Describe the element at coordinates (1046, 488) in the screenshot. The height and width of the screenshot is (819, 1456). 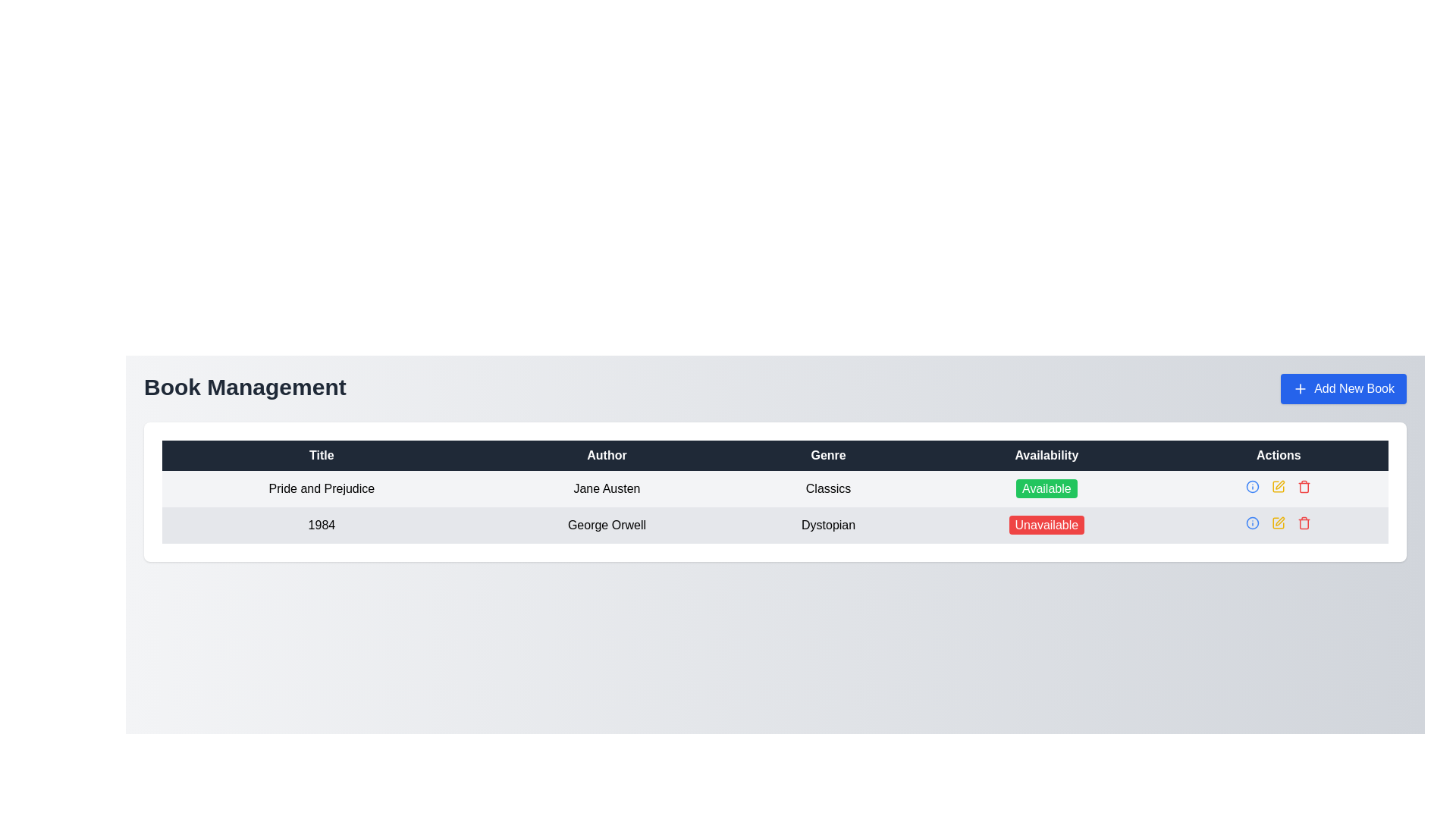
I see `the availability badge for the book 'Pride and Prejudice' to indicate its status` at that location.